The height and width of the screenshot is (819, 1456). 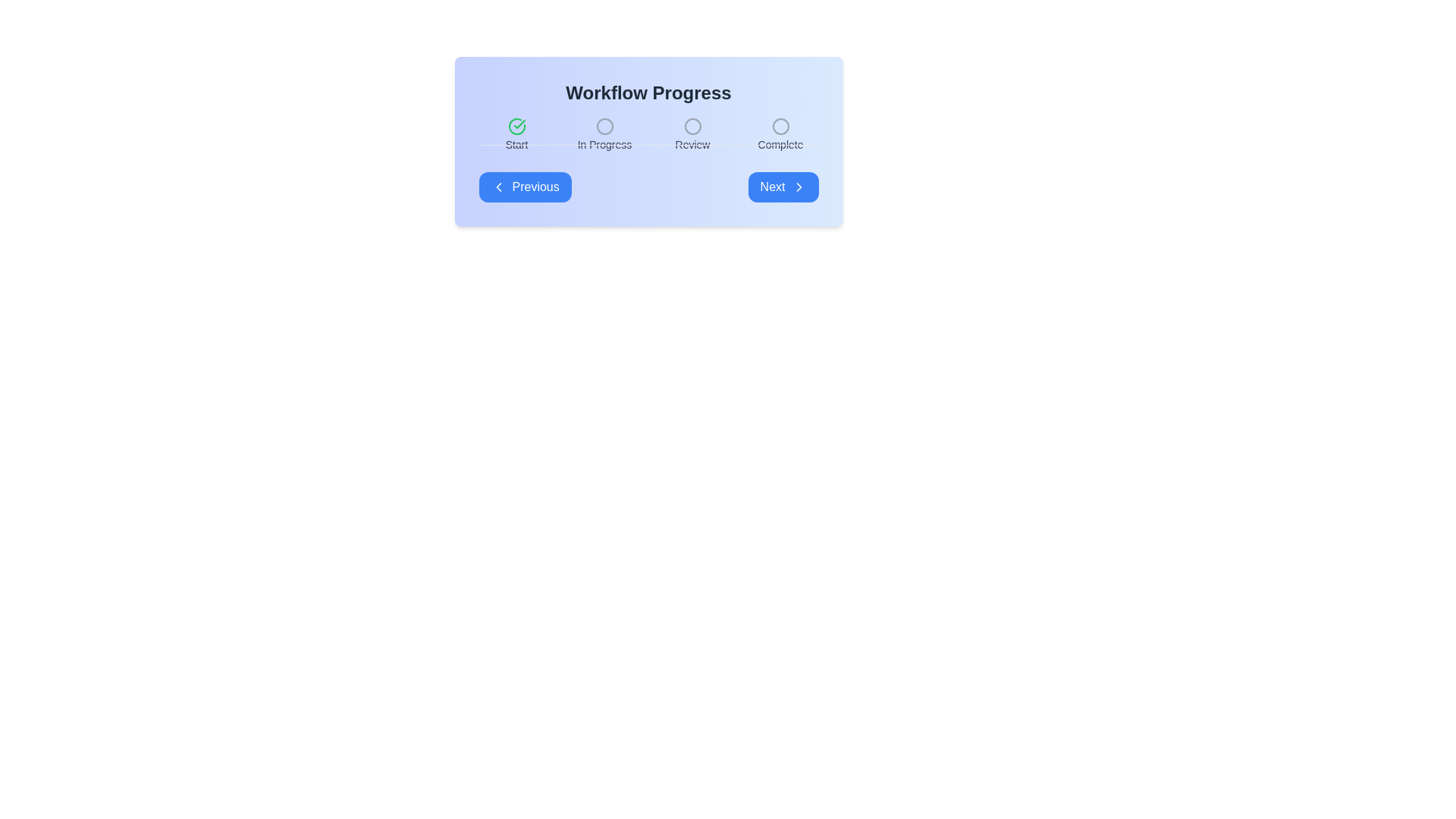 What do you see at coordinates (604, 125) in the screenshot?
I see `the Circle Indicator Icon that represents the 'In Progress' status in the workflow tracker, located between the 'Start' and 'Review' steps` at bounding box center [604, 125].